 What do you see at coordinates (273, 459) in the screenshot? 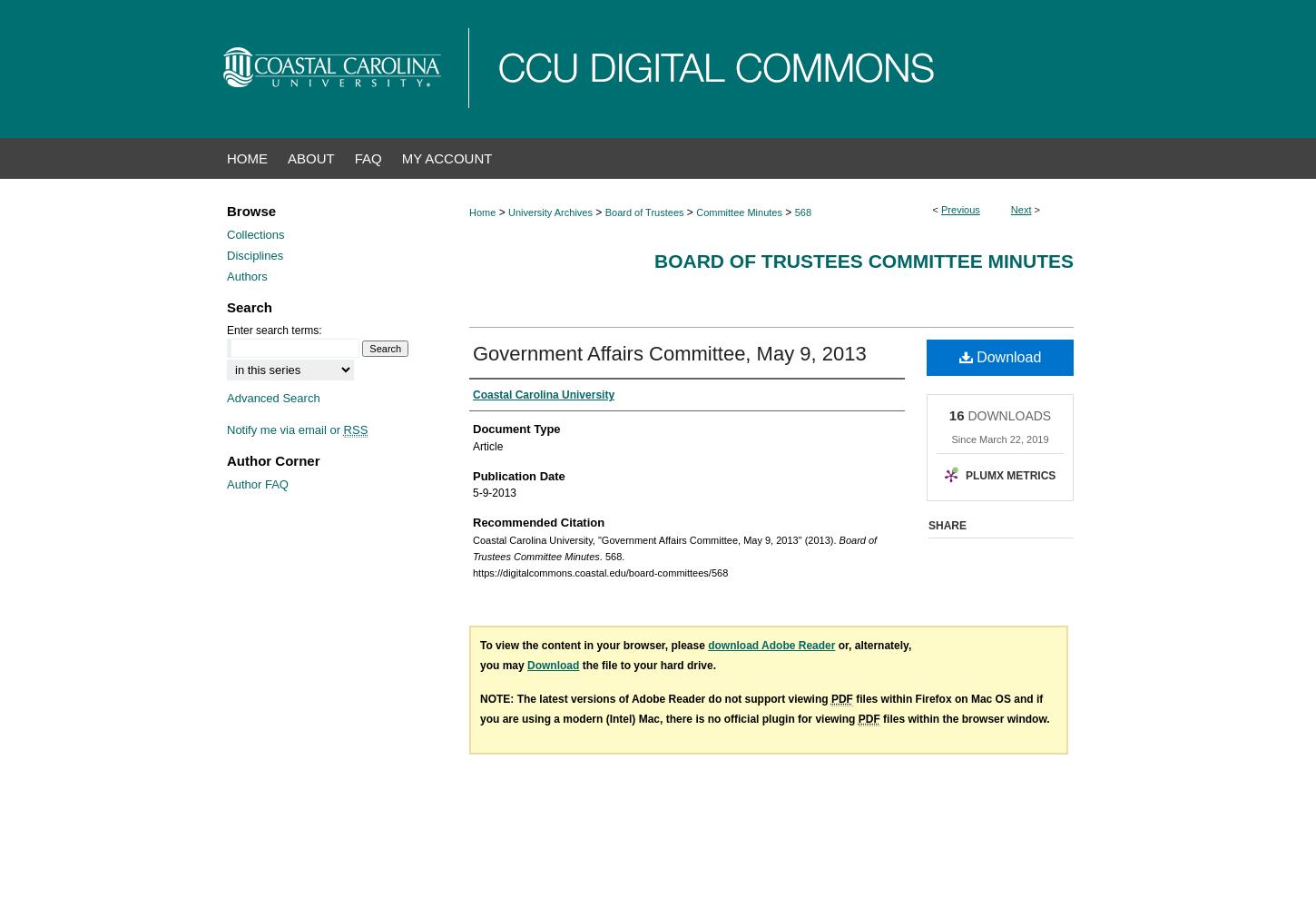
I see `'Author Corner'` at bounding box center [273, 459].